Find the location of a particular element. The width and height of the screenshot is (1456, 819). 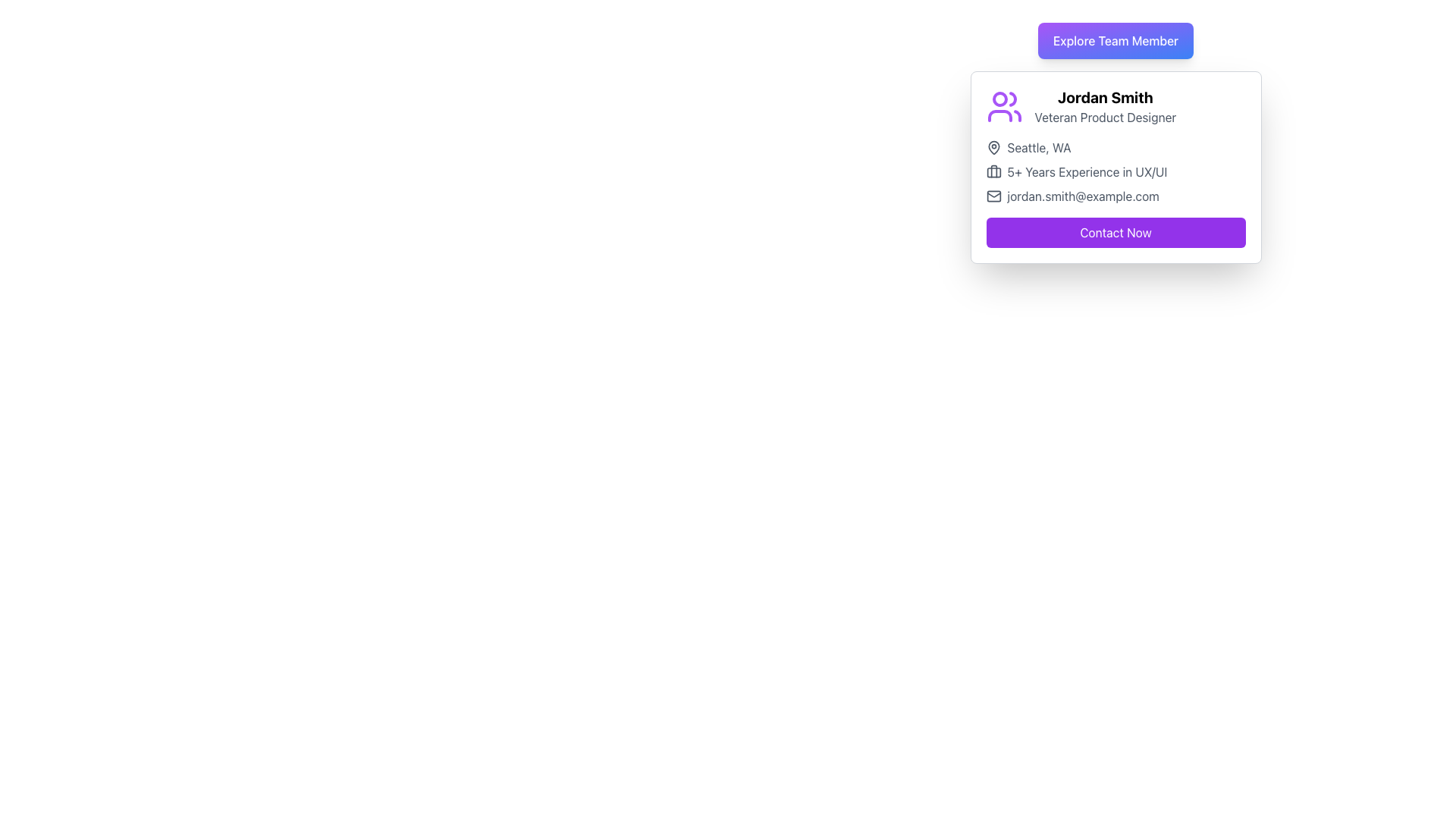

the text label displaying '5+ Years Experience in UX/UI' is located at coordinates (1116, 171).